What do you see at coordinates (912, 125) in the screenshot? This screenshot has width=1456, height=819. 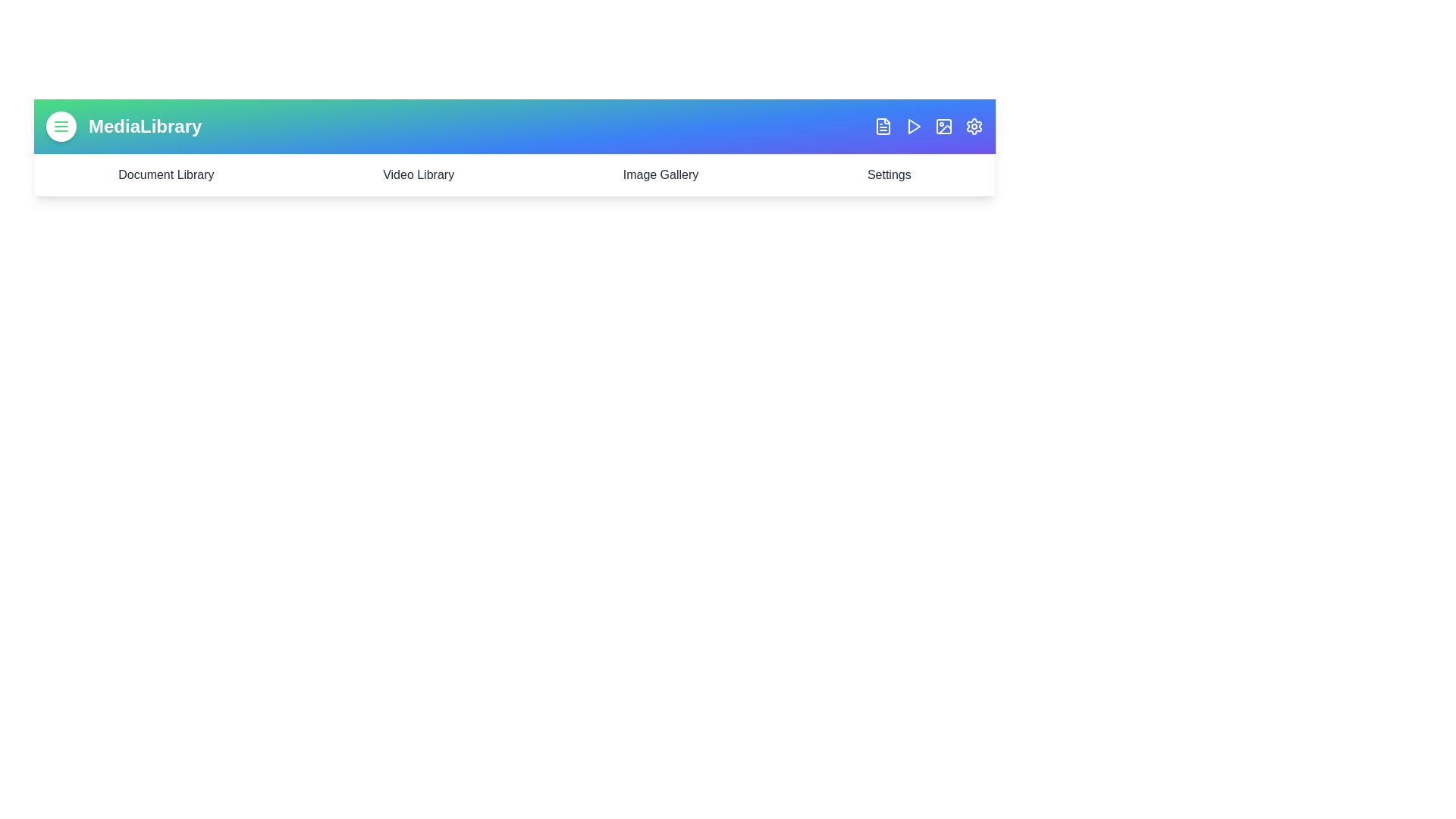 I see `the Play icon to trigger its interaction` at bounding box center [912, 125].